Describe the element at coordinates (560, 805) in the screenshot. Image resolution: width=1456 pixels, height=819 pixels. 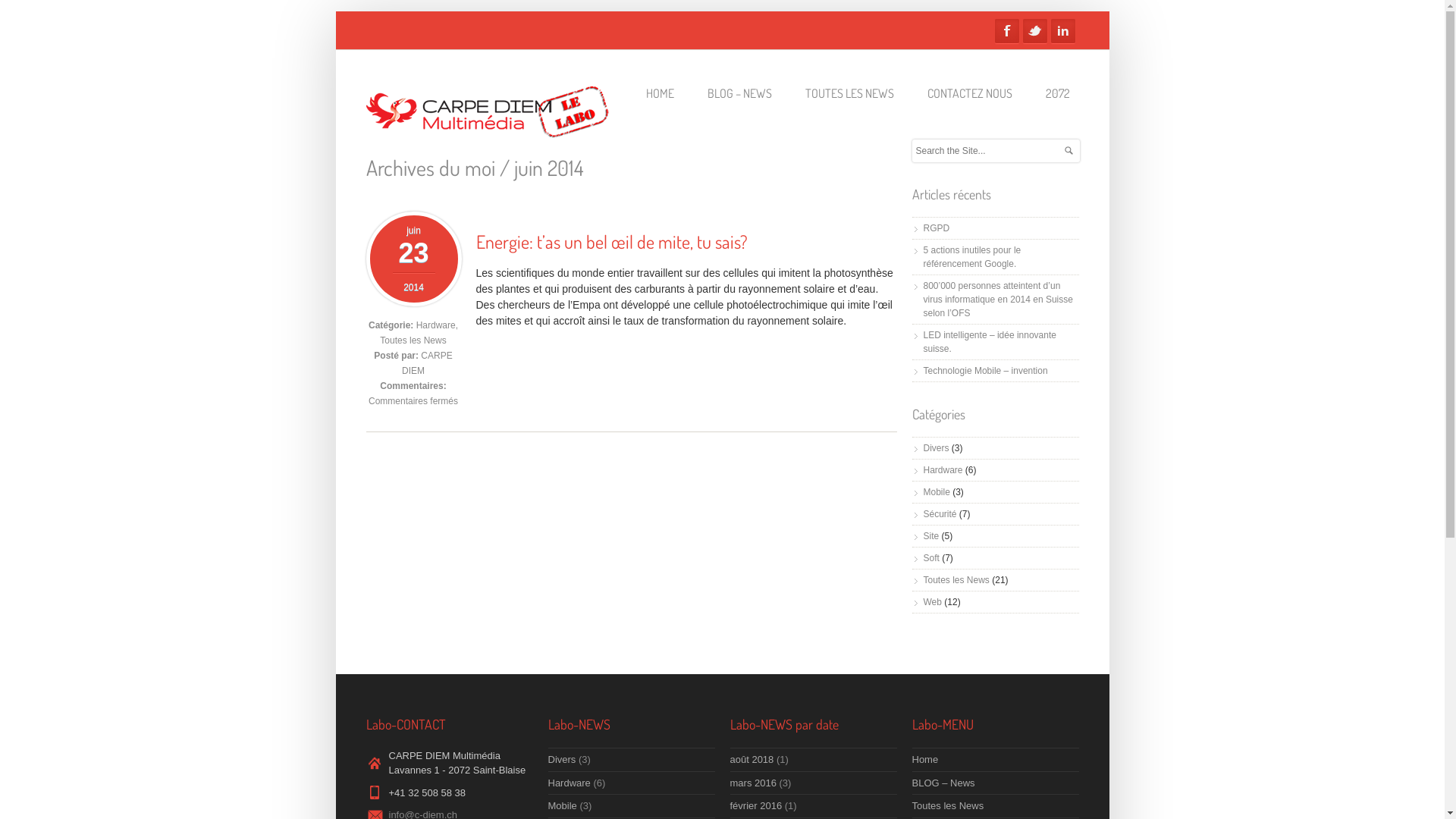
I see `'Mobile'` at that location.